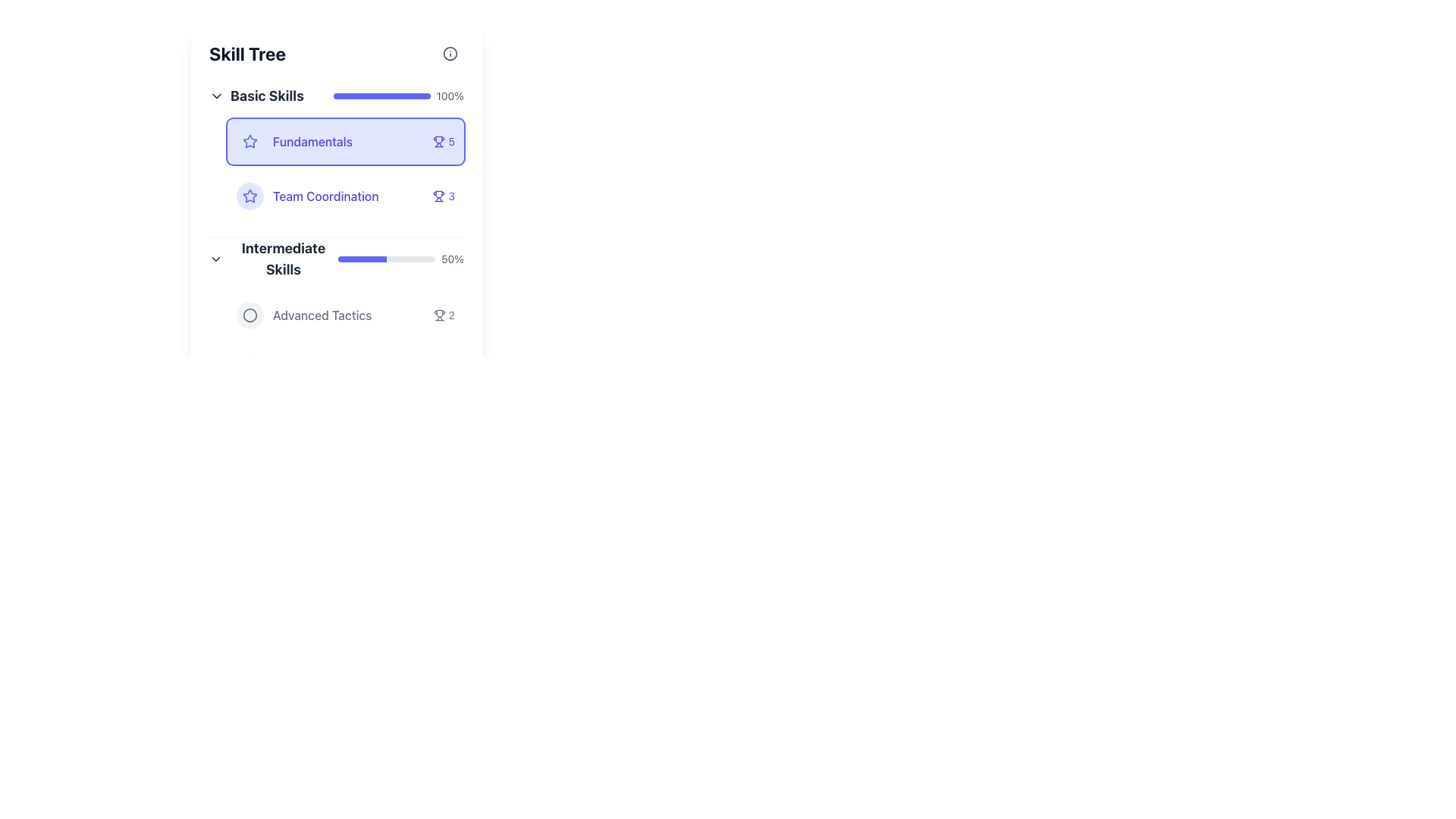 This screenshot has height=819, width=1456. What do you see at coordinates (438, 141) in the screenshot?
I see `the trophy icon indicating achievements or rewards associated with the skill labeled 'Fundamentals', which is located in the 'Basic Skills' category, next to the number '5'` at bounding box center [438, 141].